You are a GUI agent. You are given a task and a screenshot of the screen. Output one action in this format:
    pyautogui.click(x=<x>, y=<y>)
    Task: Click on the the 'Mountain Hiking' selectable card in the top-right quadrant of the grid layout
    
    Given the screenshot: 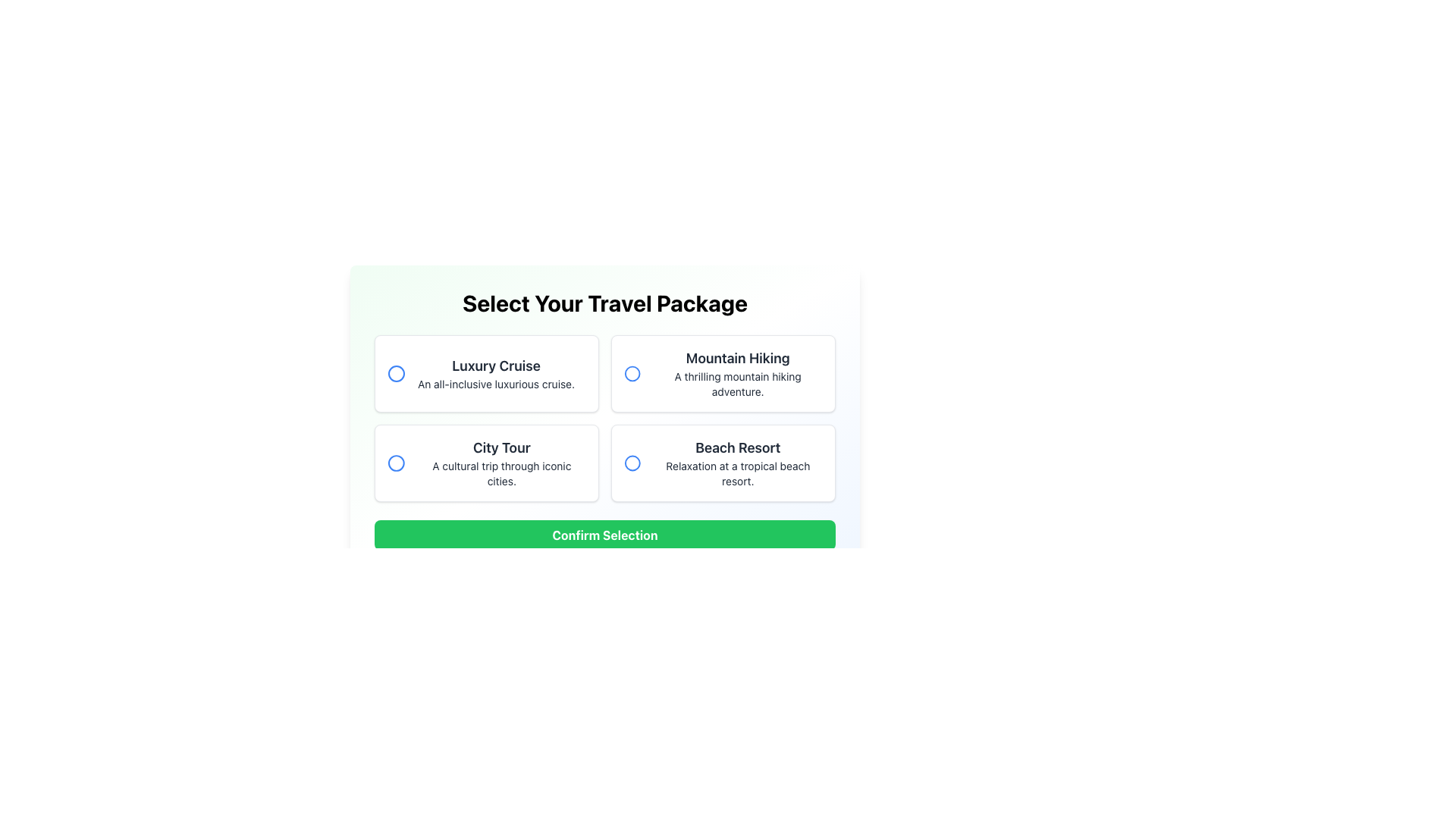 What is the action you would take?
    pyautogui.click(x=723, y=374)
    